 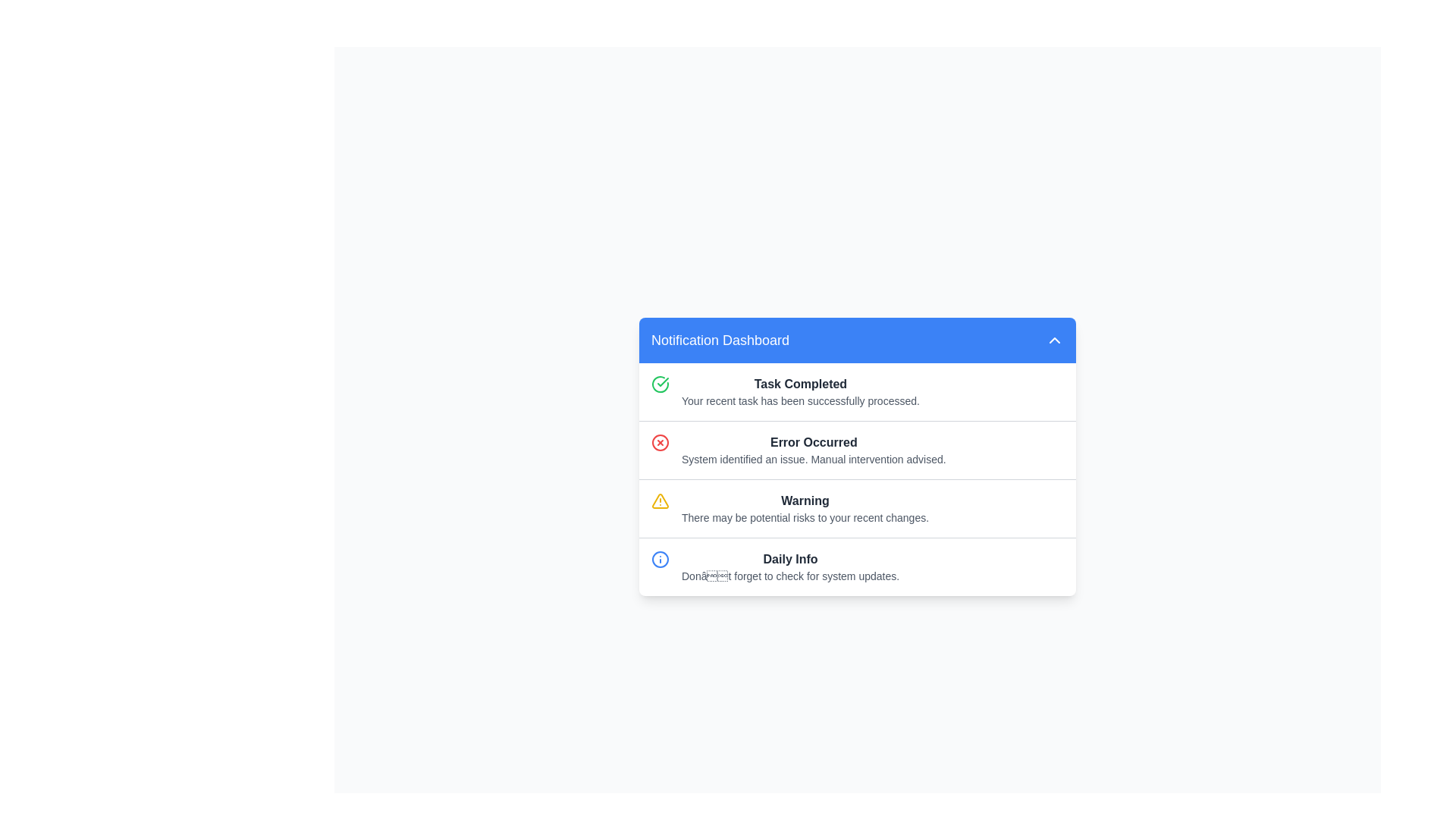 What do you see at coordinates (660, 442) in the screenshot?
I see `the Error or Dismissal Indicator icon located in the second row of the notification panel` at bounding box center [660, 442].